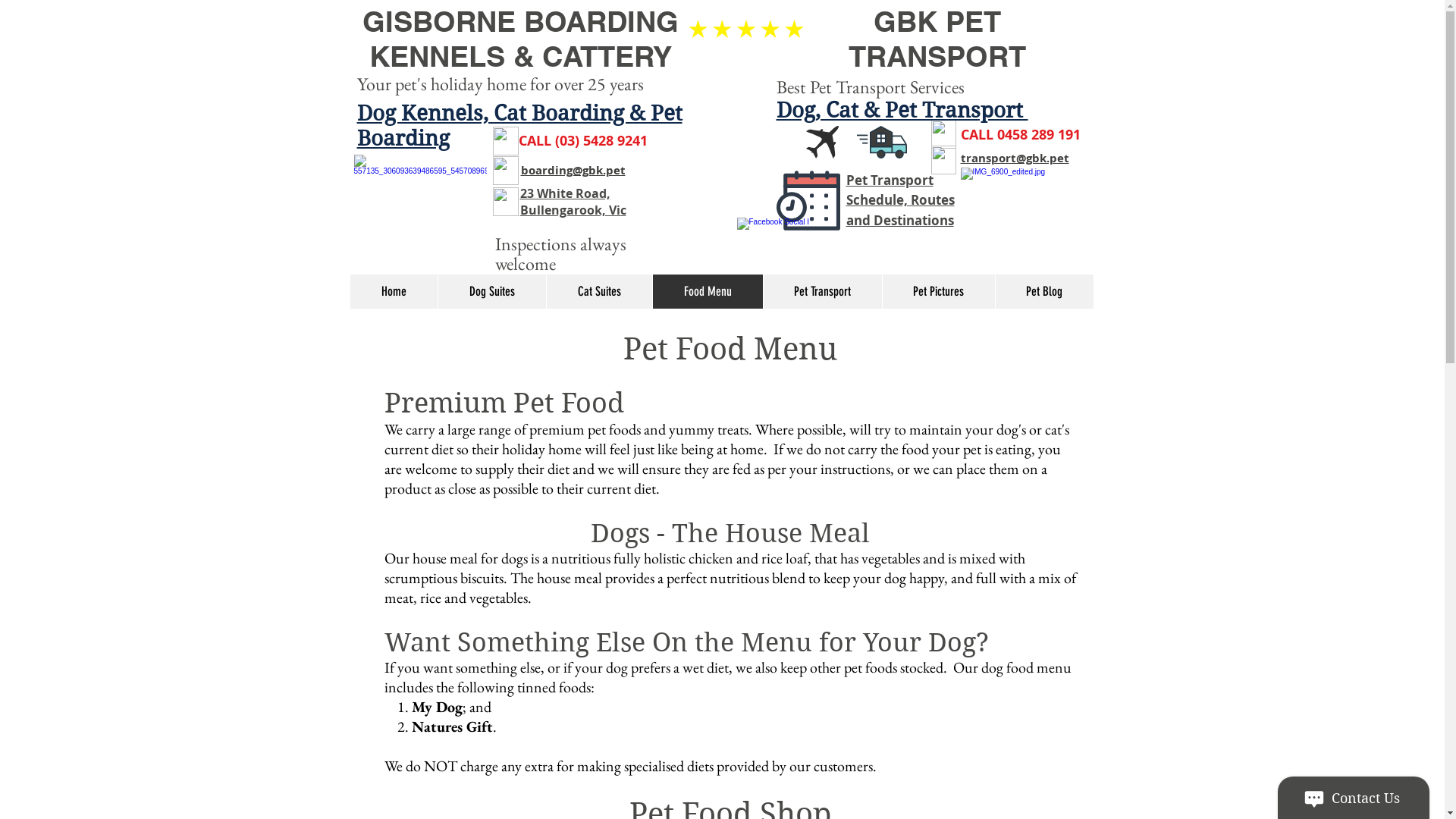 This screenshot has width=1456, height=819. What do you see at coordinates (937, 38) in the screenshot?
I see `'GBK PET TRANSPORT'` at bounding box center [937, 38].